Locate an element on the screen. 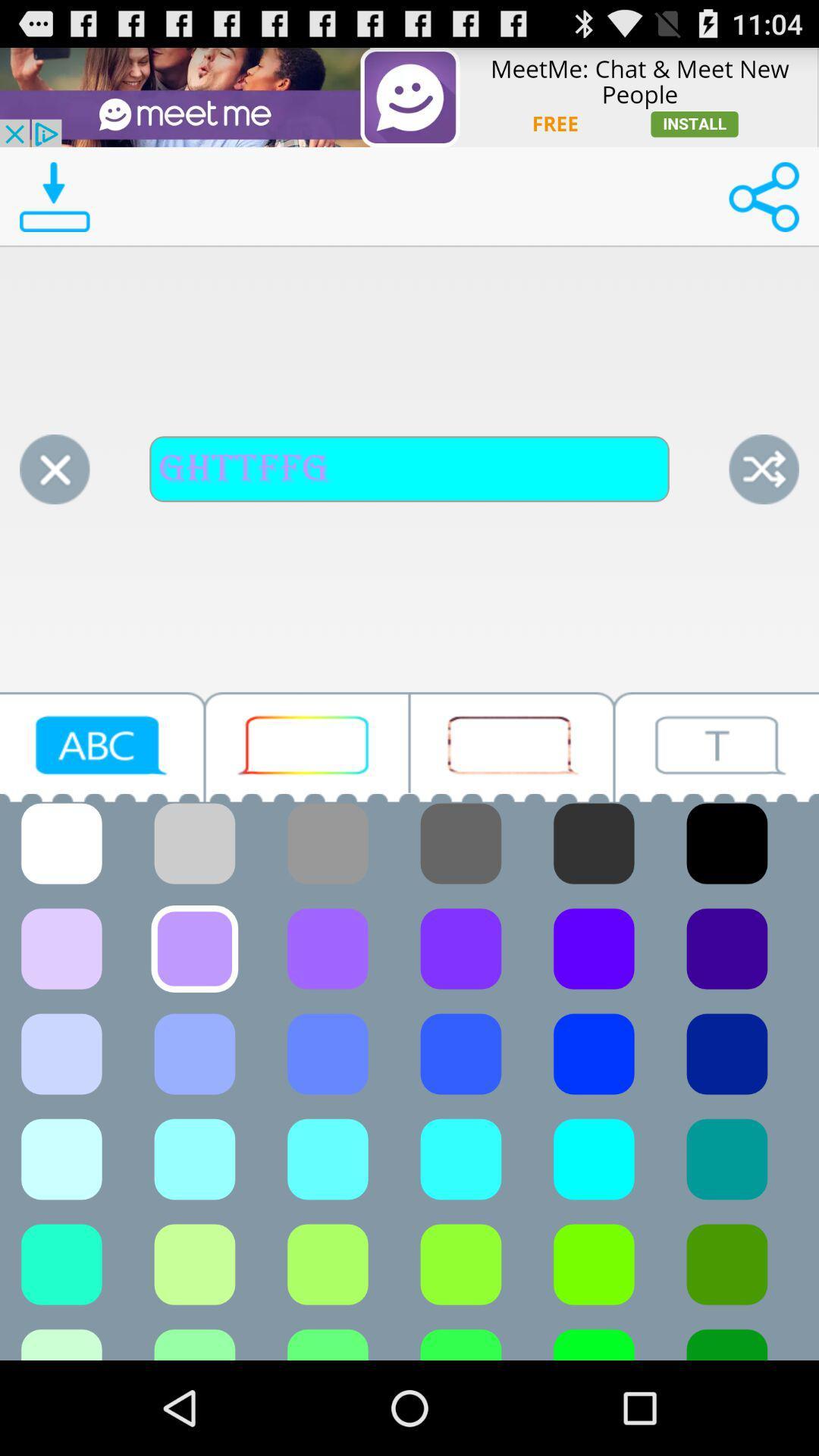 This screenshot has height=1456, width=819. click on close option is located at coordinates (54, 469).